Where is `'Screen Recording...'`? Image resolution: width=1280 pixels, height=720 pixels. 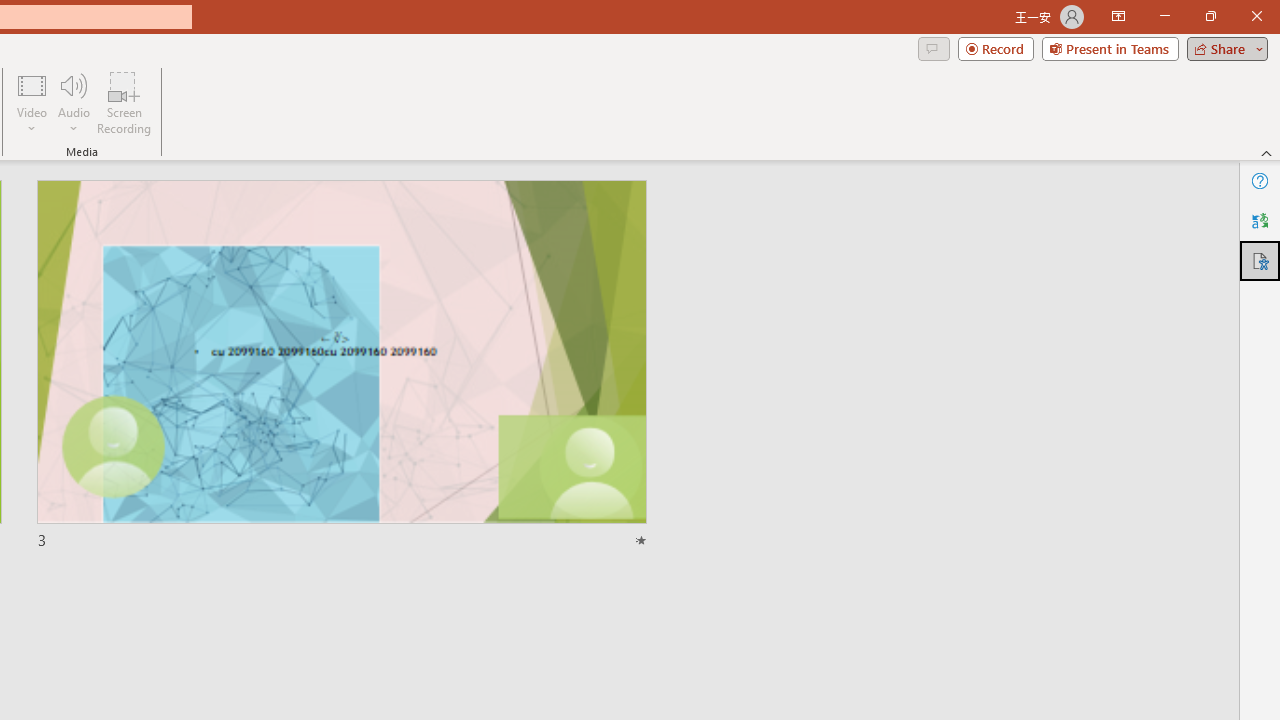
'Screen Recording...' is located at coordinates (123, 103).